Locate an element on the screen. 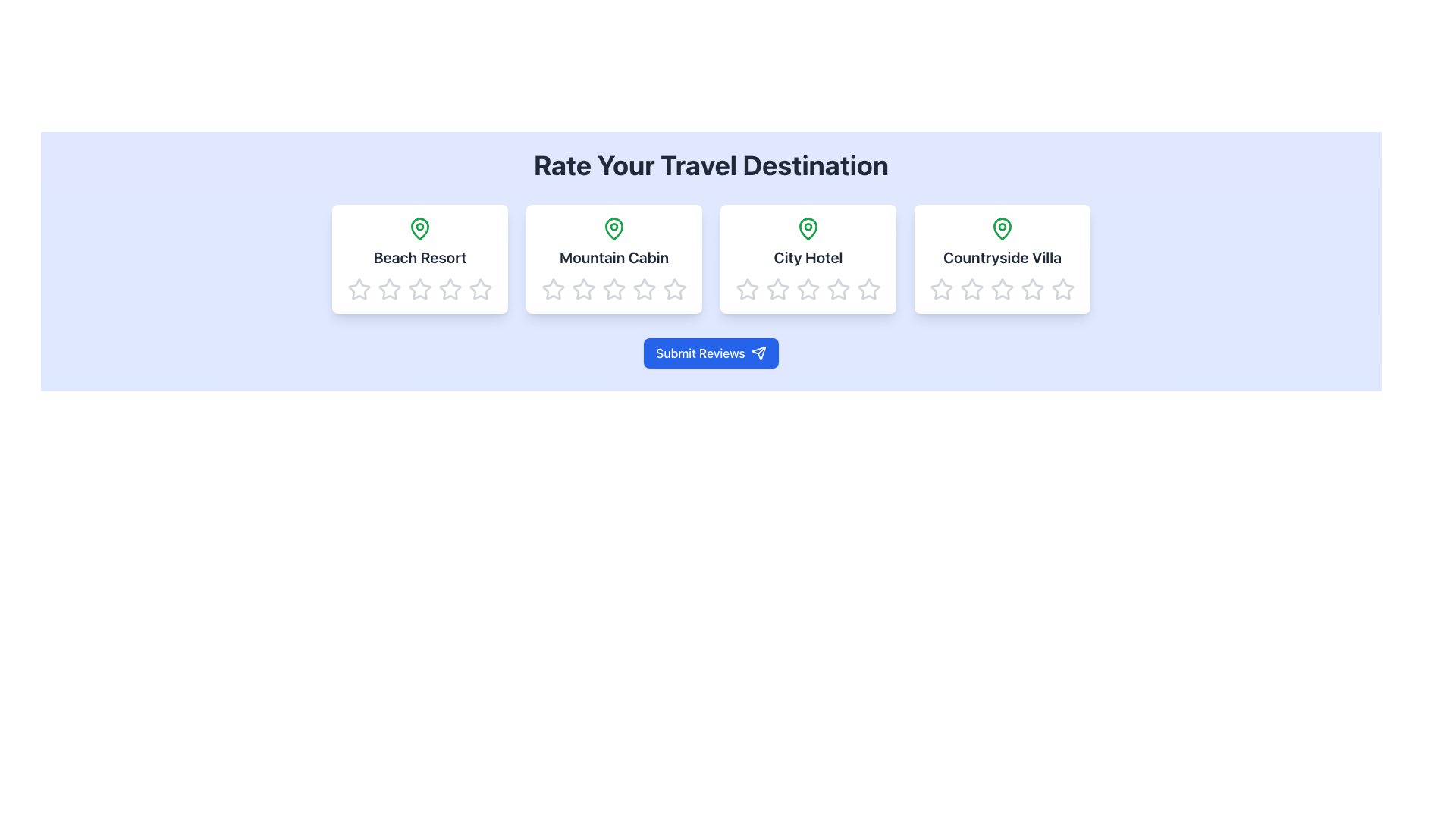 This screenshot has width=1456, height=819. 'Submit Reviews' button icon located at the far right end of the button for additional information is located at coordinates (758, 353).